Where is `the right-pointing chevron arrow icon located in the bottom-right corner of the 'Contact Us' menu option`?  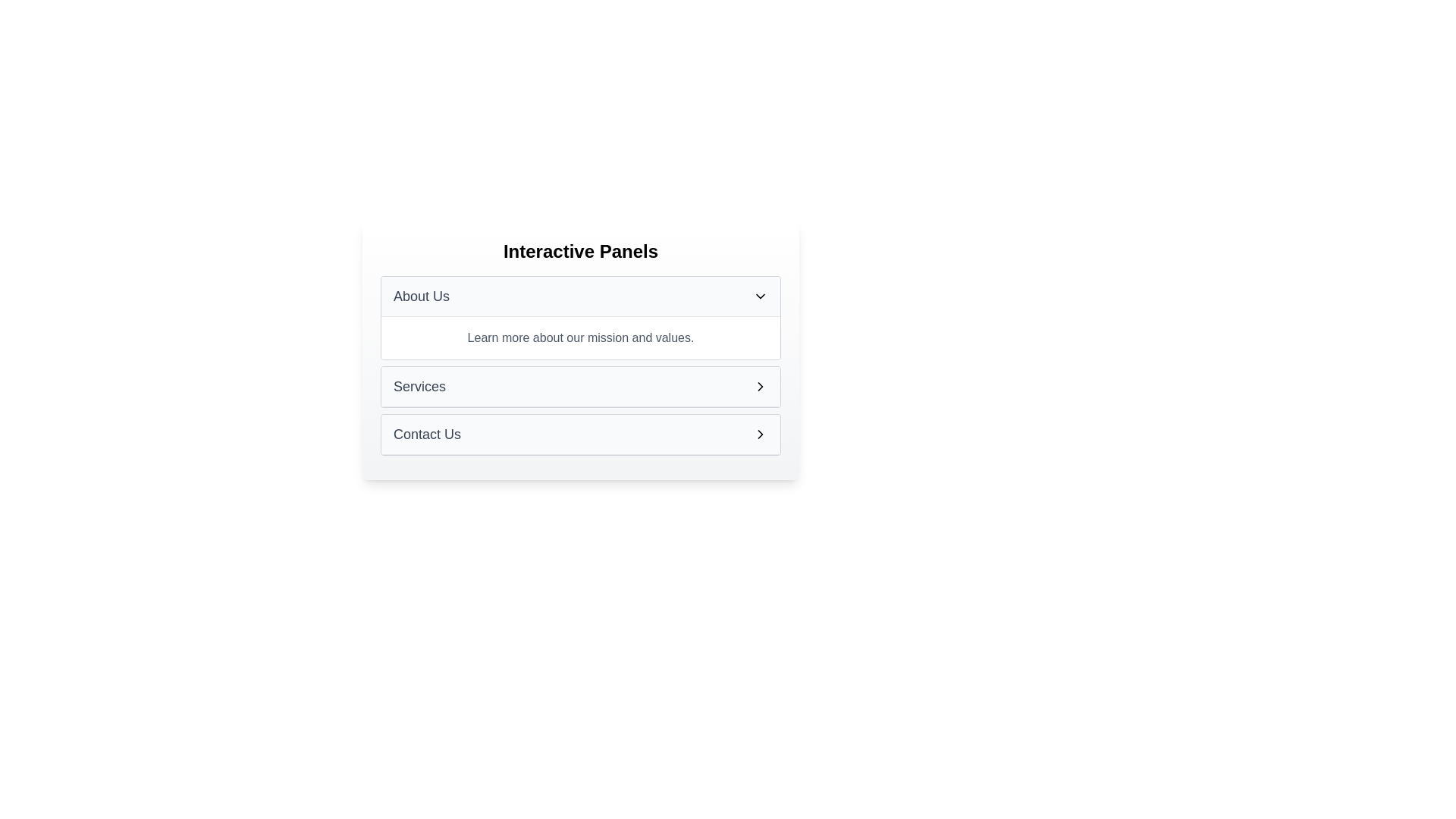 the right-pointing chevron arrow icon located in the bottom-right corner of the 'Contact Us' menu option is located at coordinates (761, 435).